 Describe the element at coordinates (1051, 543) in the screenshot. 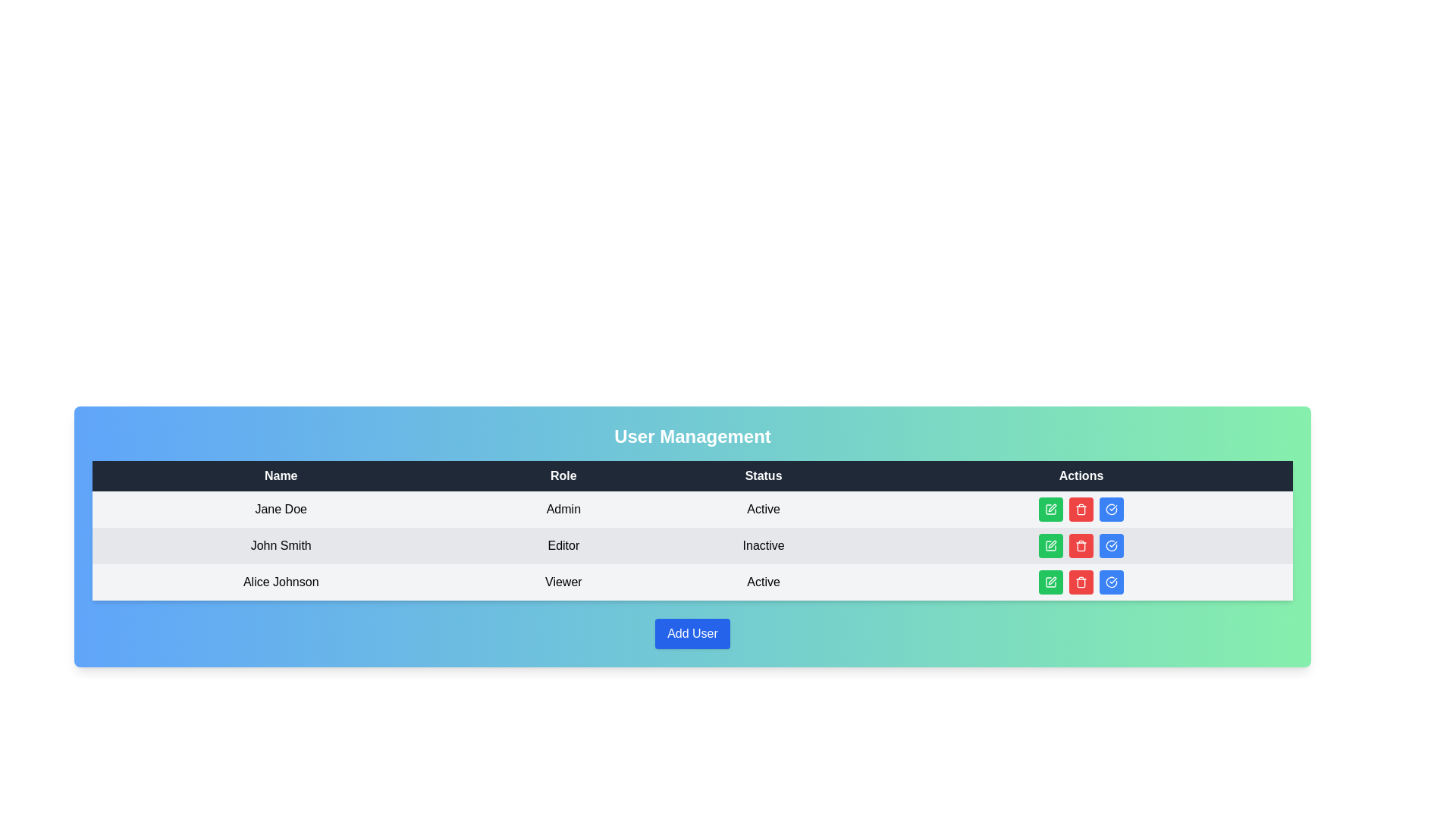

I see `the 'edit' action icon located in the 'Actions' column of the second row in the User Management section to initiate editing` at that location.